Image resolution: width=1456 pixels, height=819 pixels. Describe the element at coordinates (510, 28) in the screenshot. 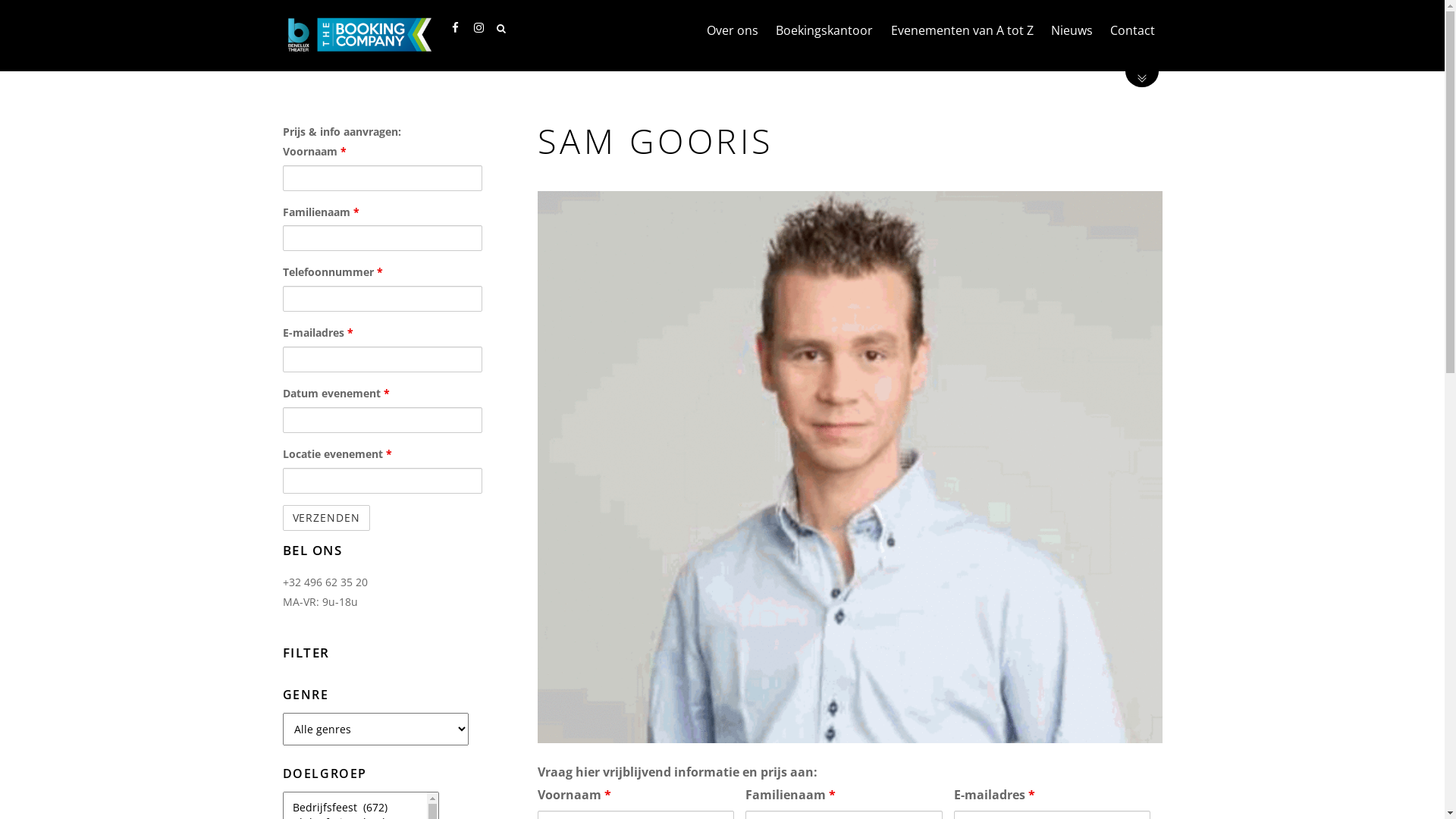

I see `'Search'` at that location.